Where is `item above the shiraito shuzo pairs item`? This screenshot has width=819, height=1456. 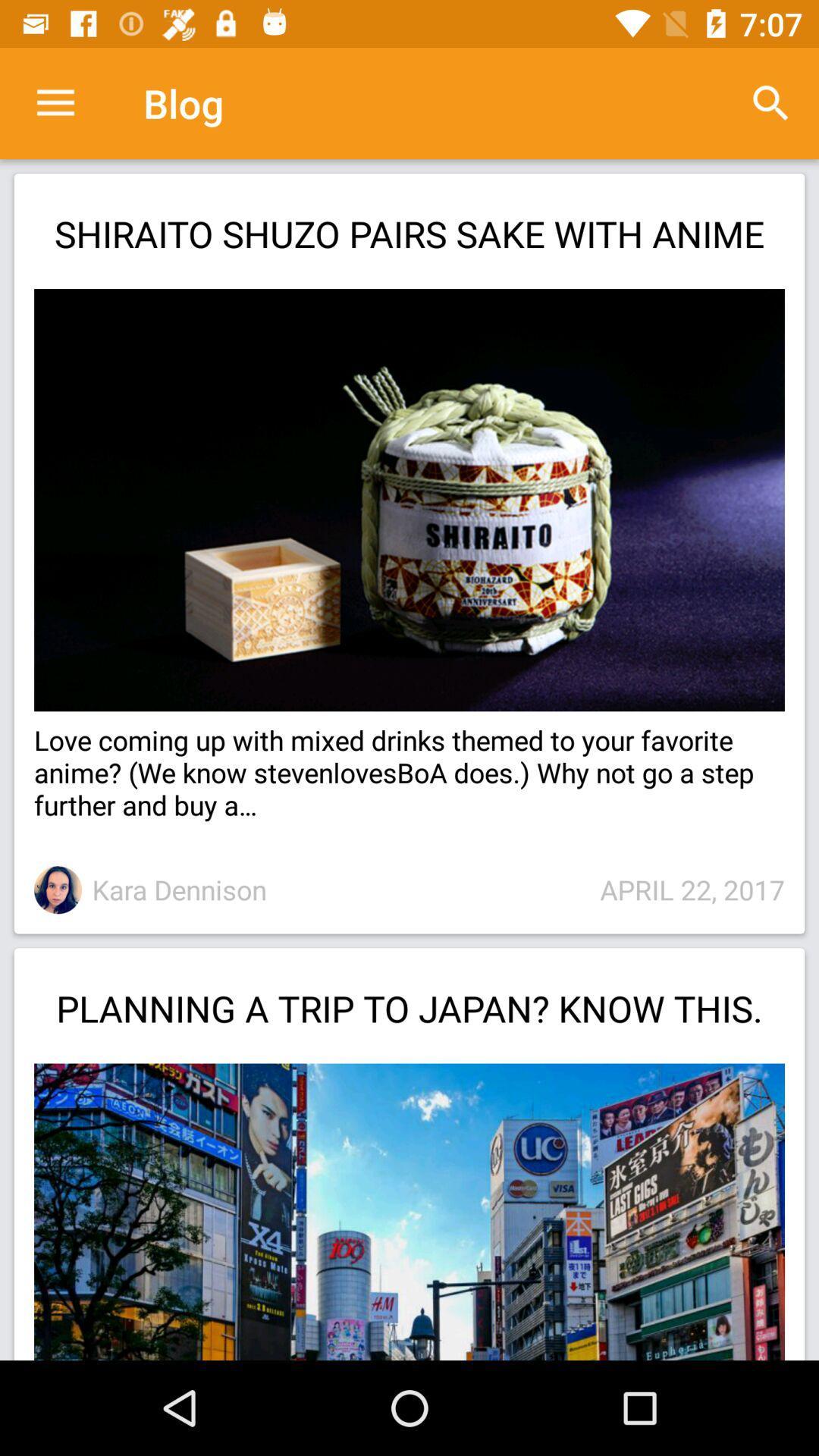
item above the shiraito shuzo pairs item is located at coordinates (55, 102).